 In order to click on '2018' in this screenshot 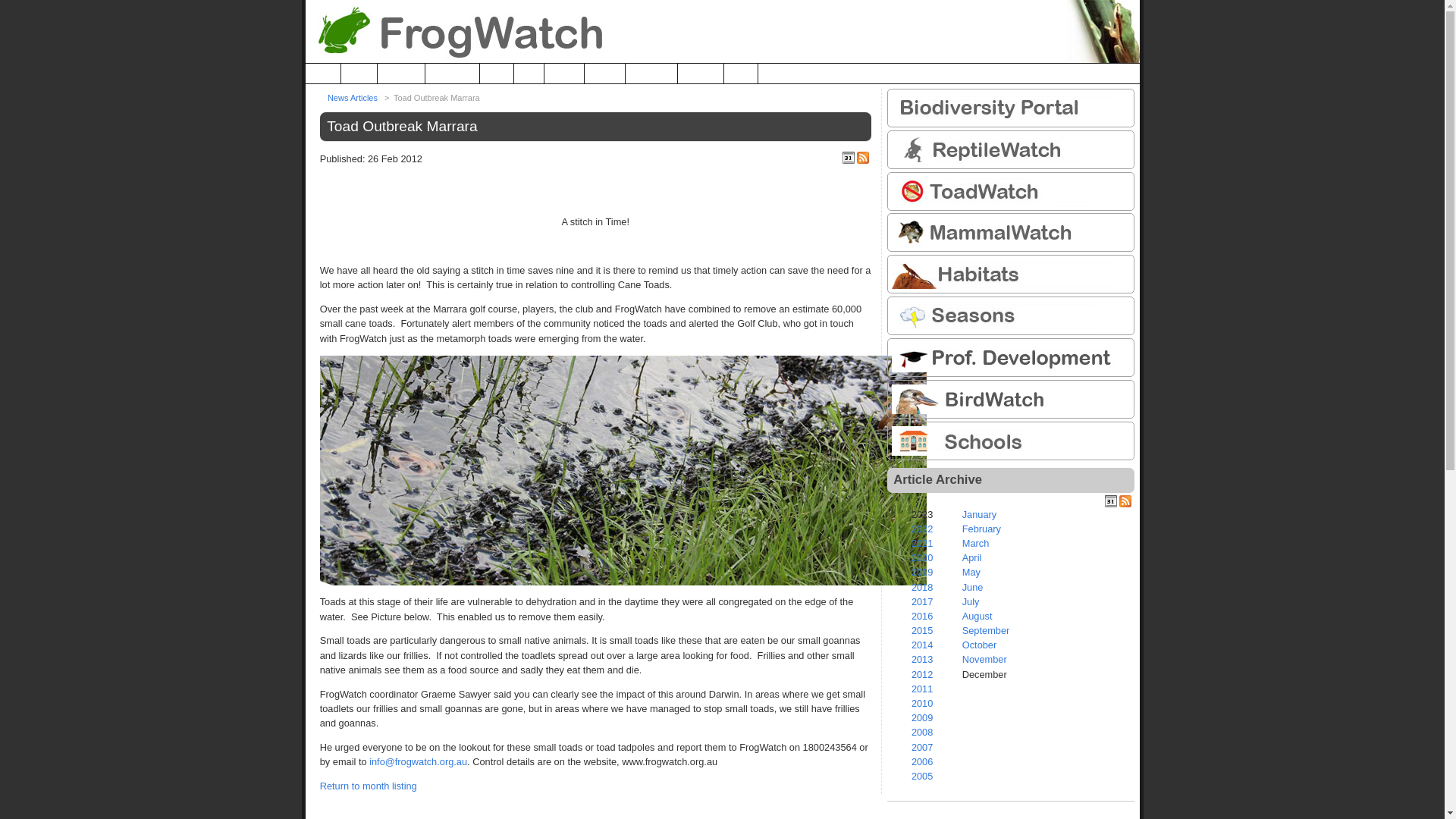, I will do `click(921, 586)`.